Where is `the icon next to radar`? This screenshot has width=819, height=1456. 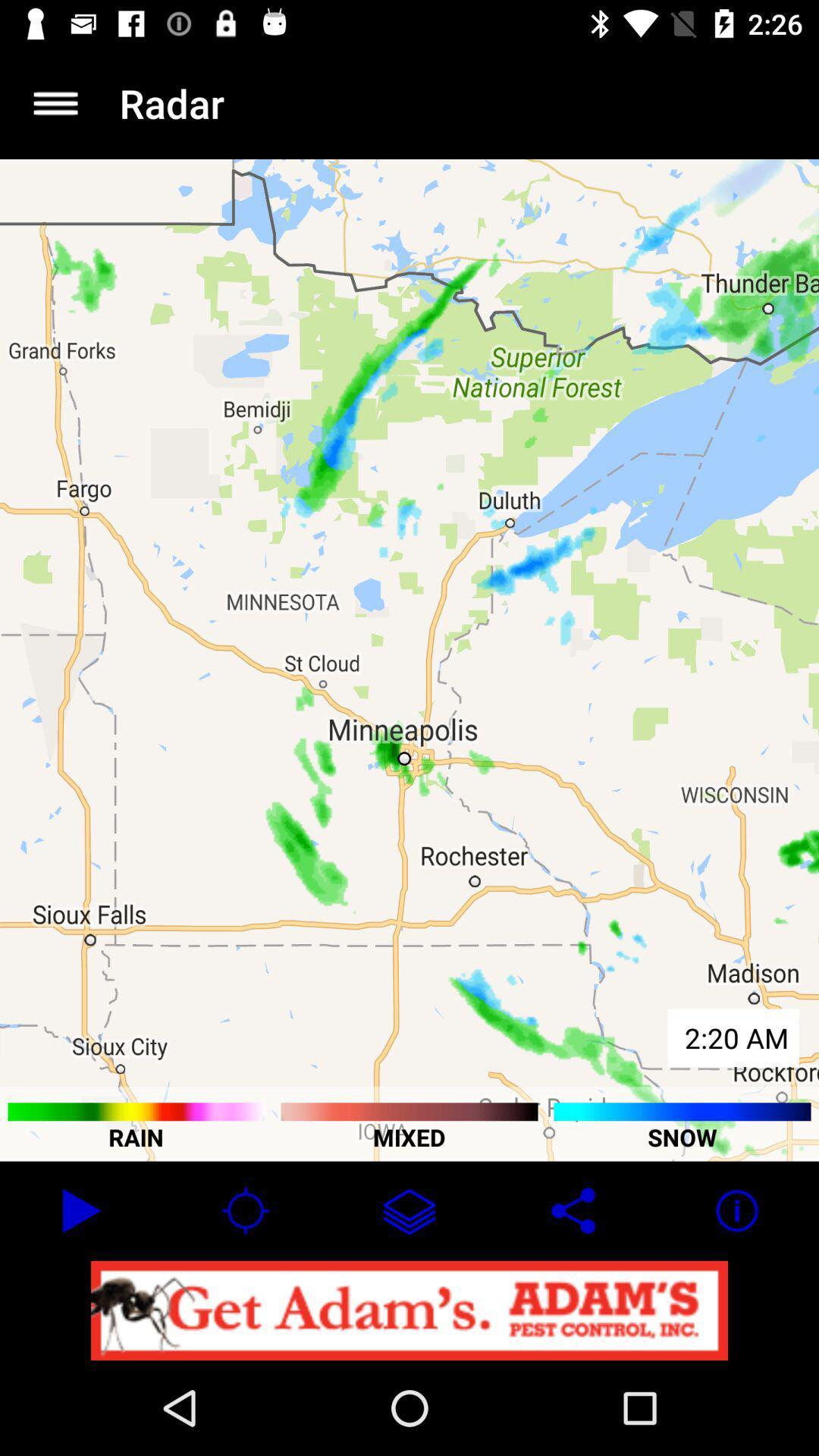
the icon next to radar is located at coordinates (55, 102).